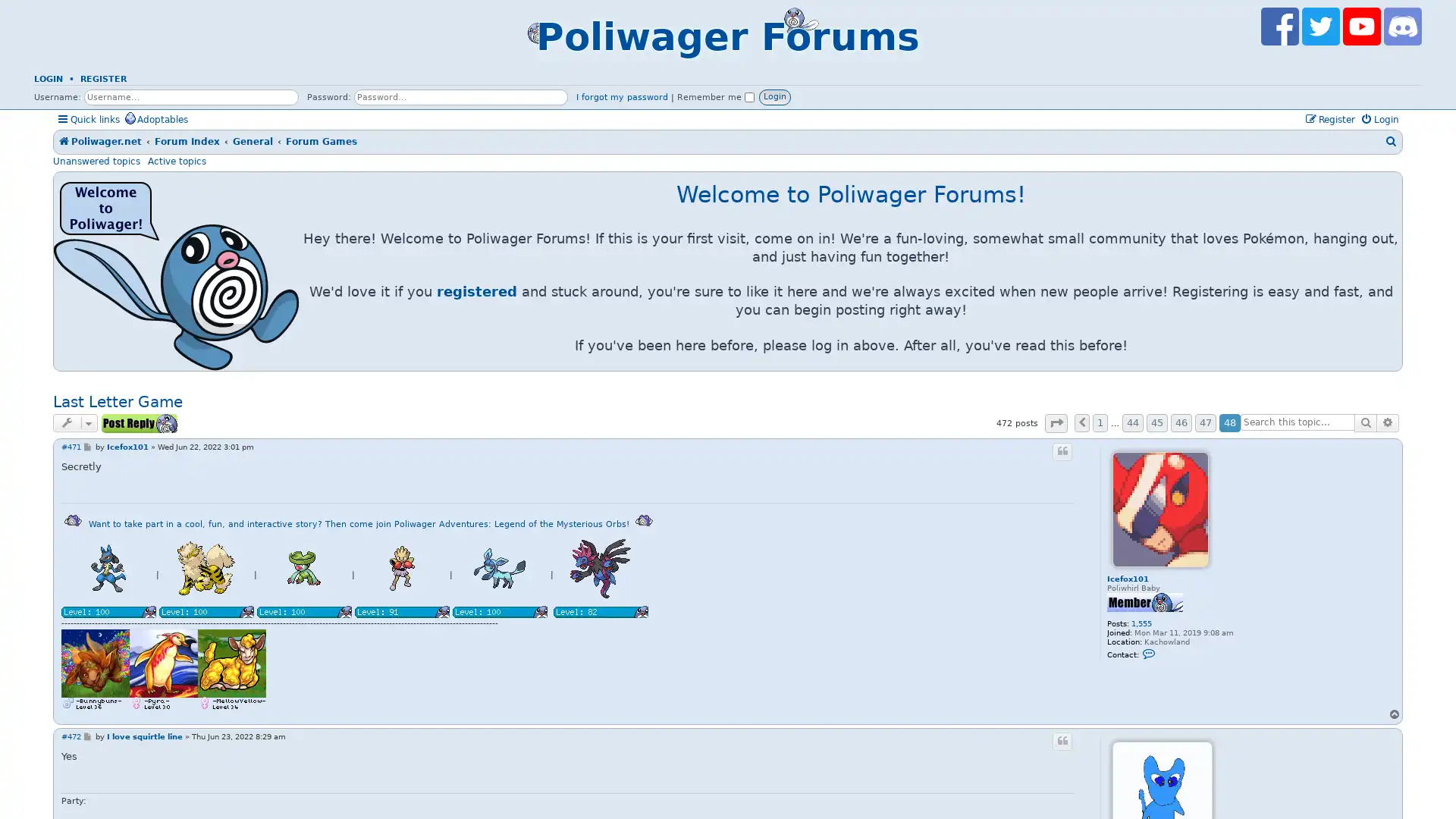 The image size is (1456, 819). I want to click on 1, so click(1100, 423).